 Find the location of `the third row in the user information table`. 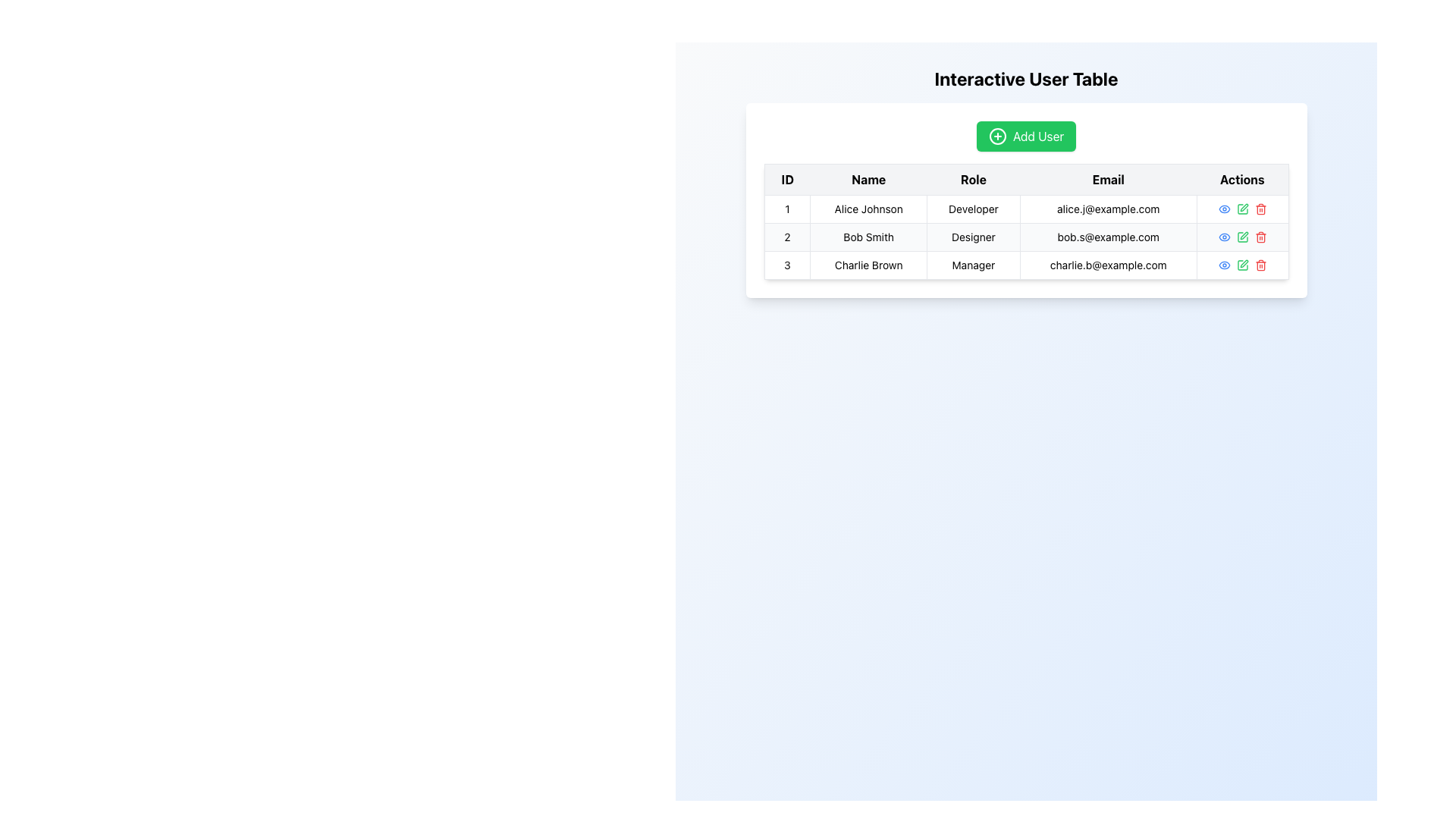

the third row in the user information table is located at coordinates (1026, 265).